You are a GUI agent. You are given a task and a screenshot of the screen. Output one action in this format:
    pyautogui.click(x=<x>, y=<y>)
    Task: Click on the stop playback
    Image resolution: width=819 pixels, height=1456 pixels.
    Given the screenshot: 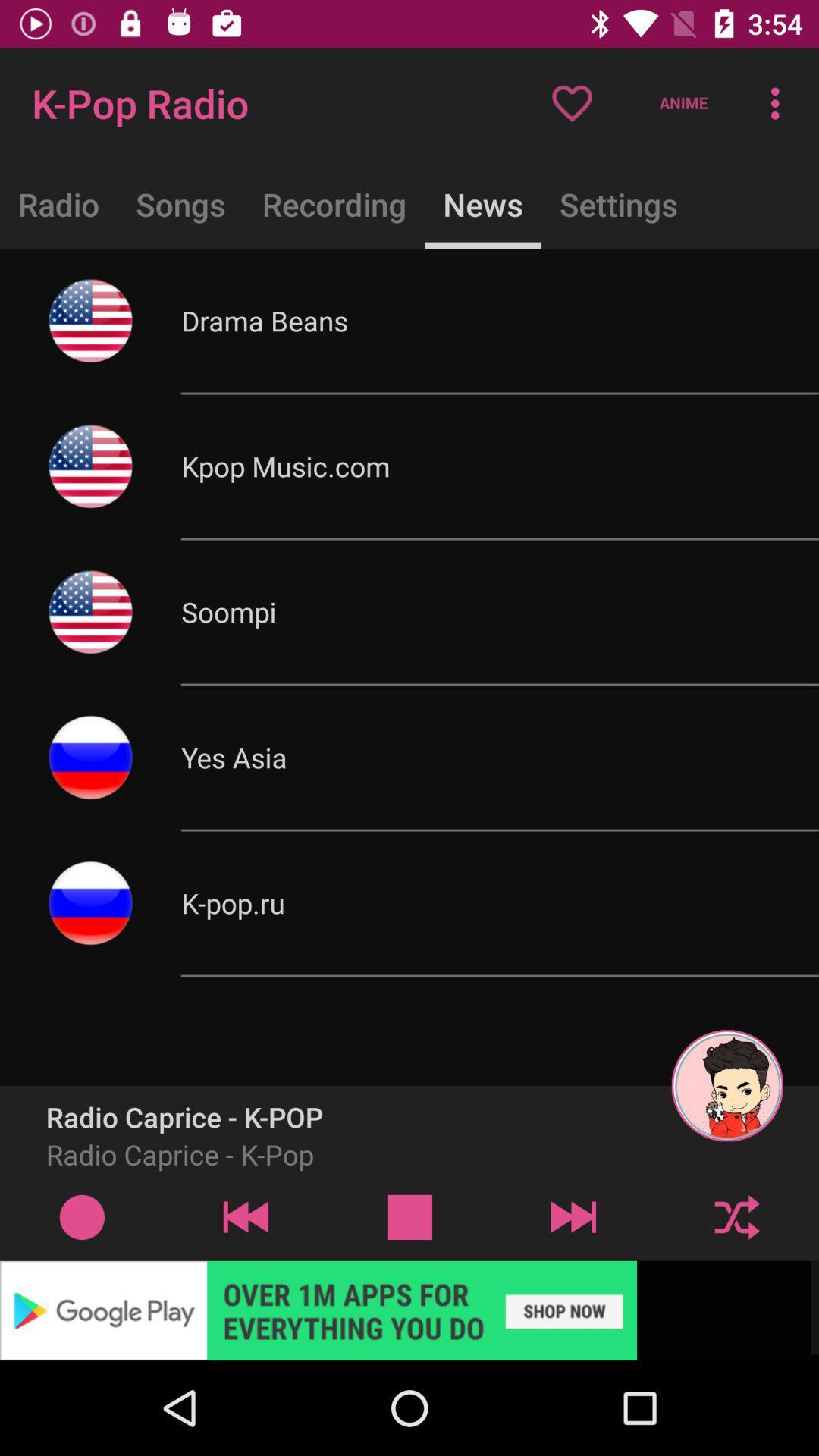 What is the action you would take?
    pyautogui.click(x=409, y=1216)
    